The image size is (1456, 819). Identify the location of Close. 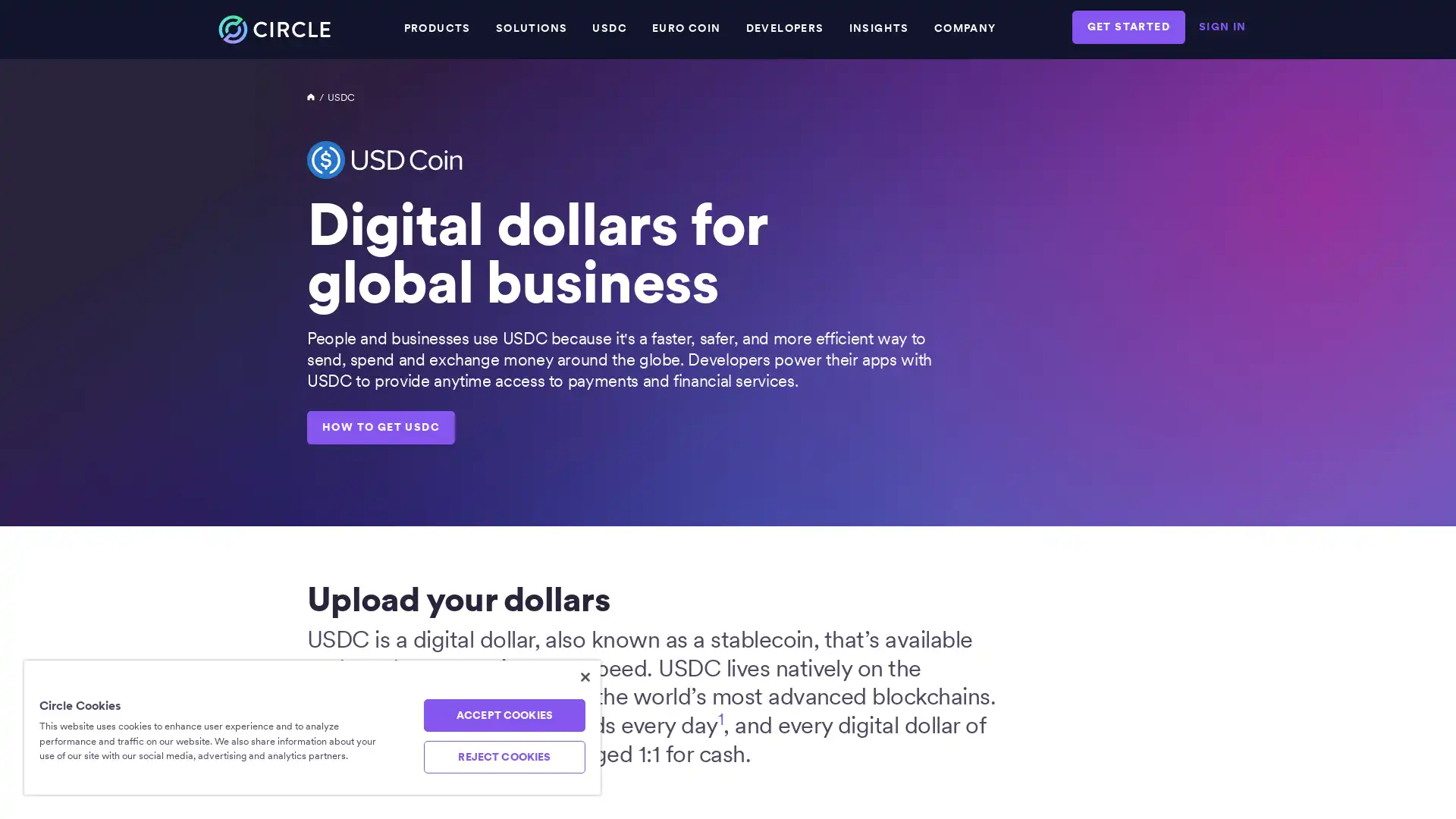
(585, 676).